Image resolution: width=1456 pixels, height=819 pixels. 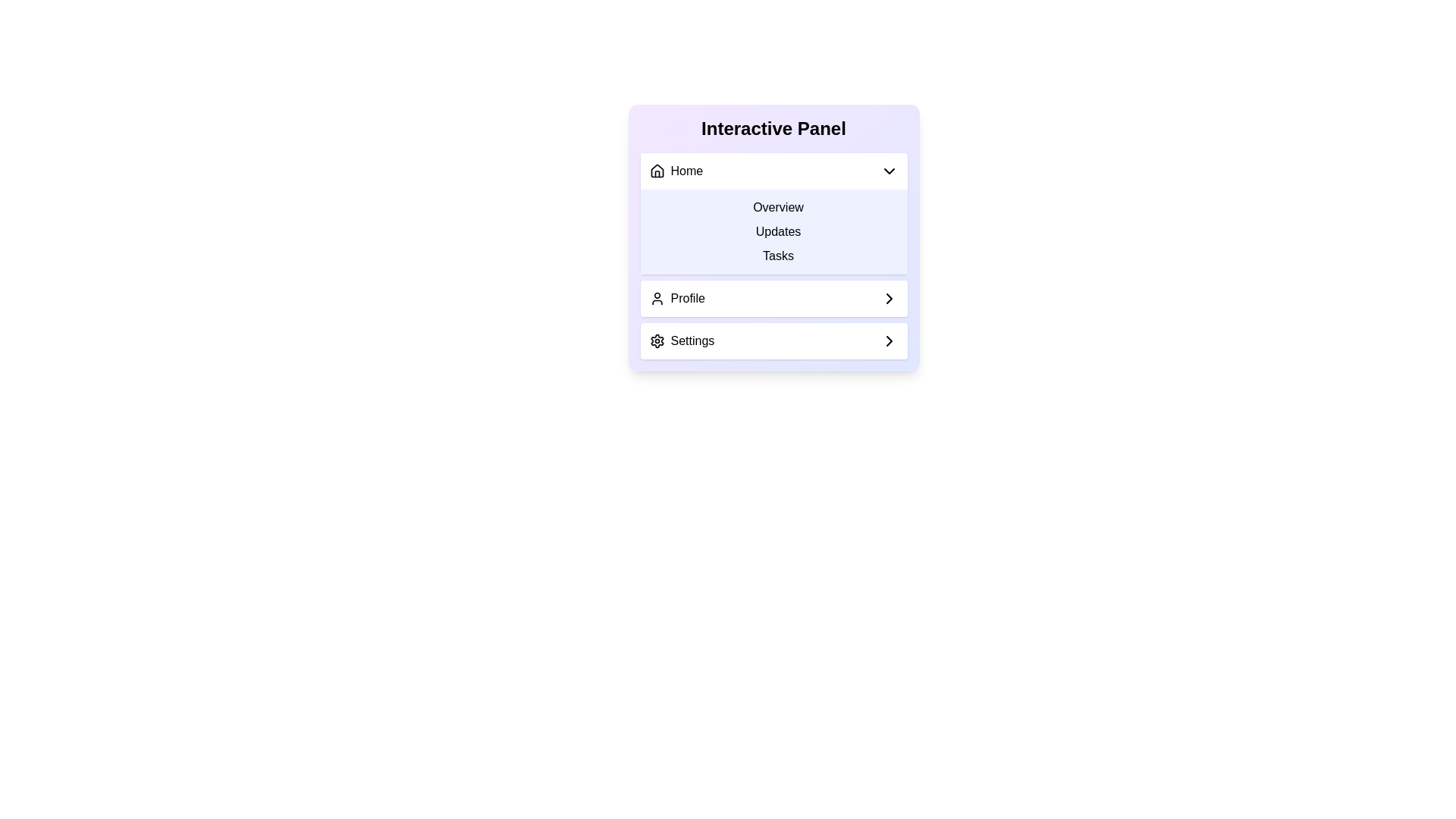 I want to click on the 'Tasks' navigational link located centrally within the Overview dropdown in the interactive panel, so click(x=773, y=256).